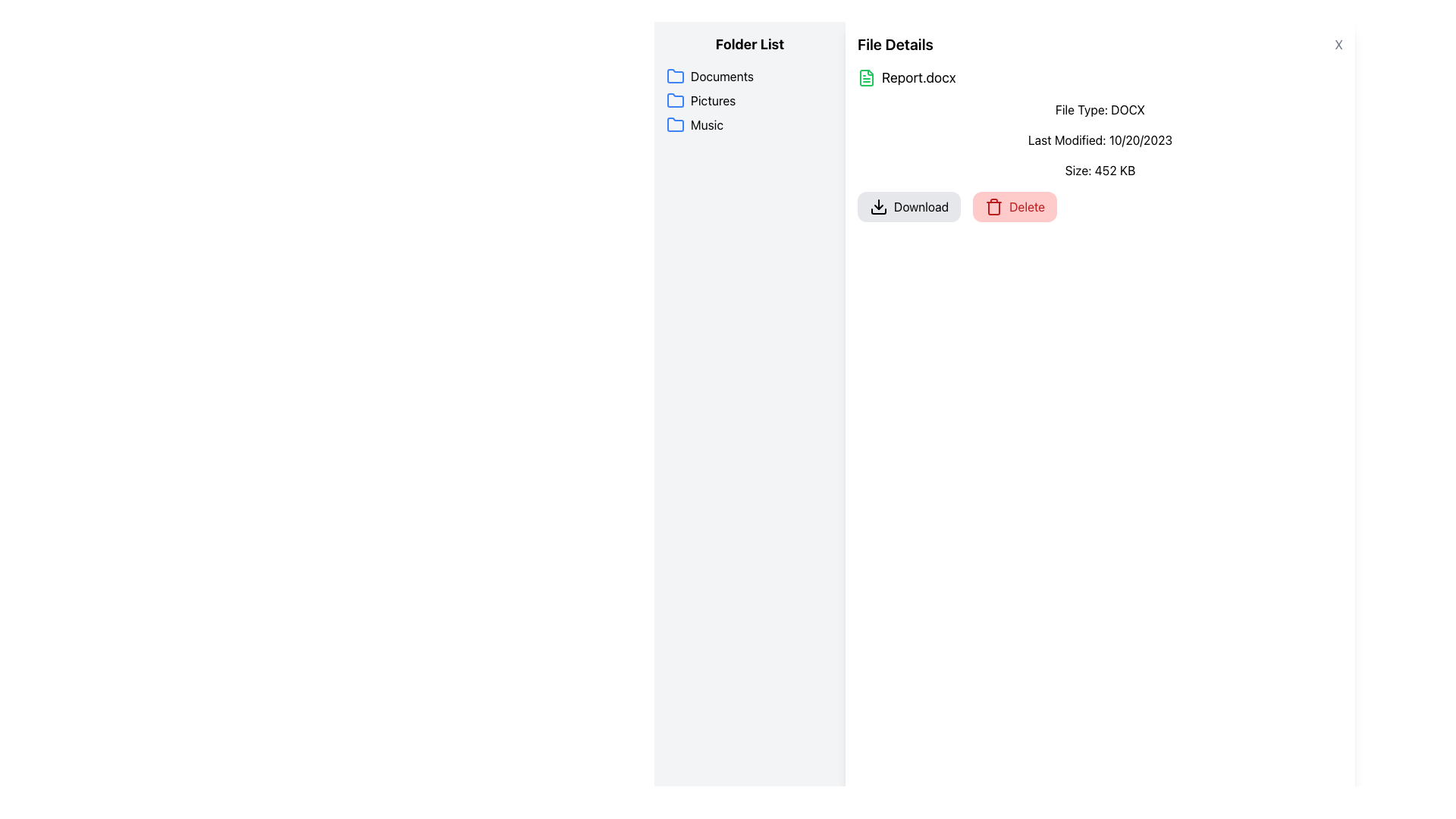  I want to click on the 'Download' button with a light gray background and a downward arrow icon to initiate a download action, so click(909, 207).